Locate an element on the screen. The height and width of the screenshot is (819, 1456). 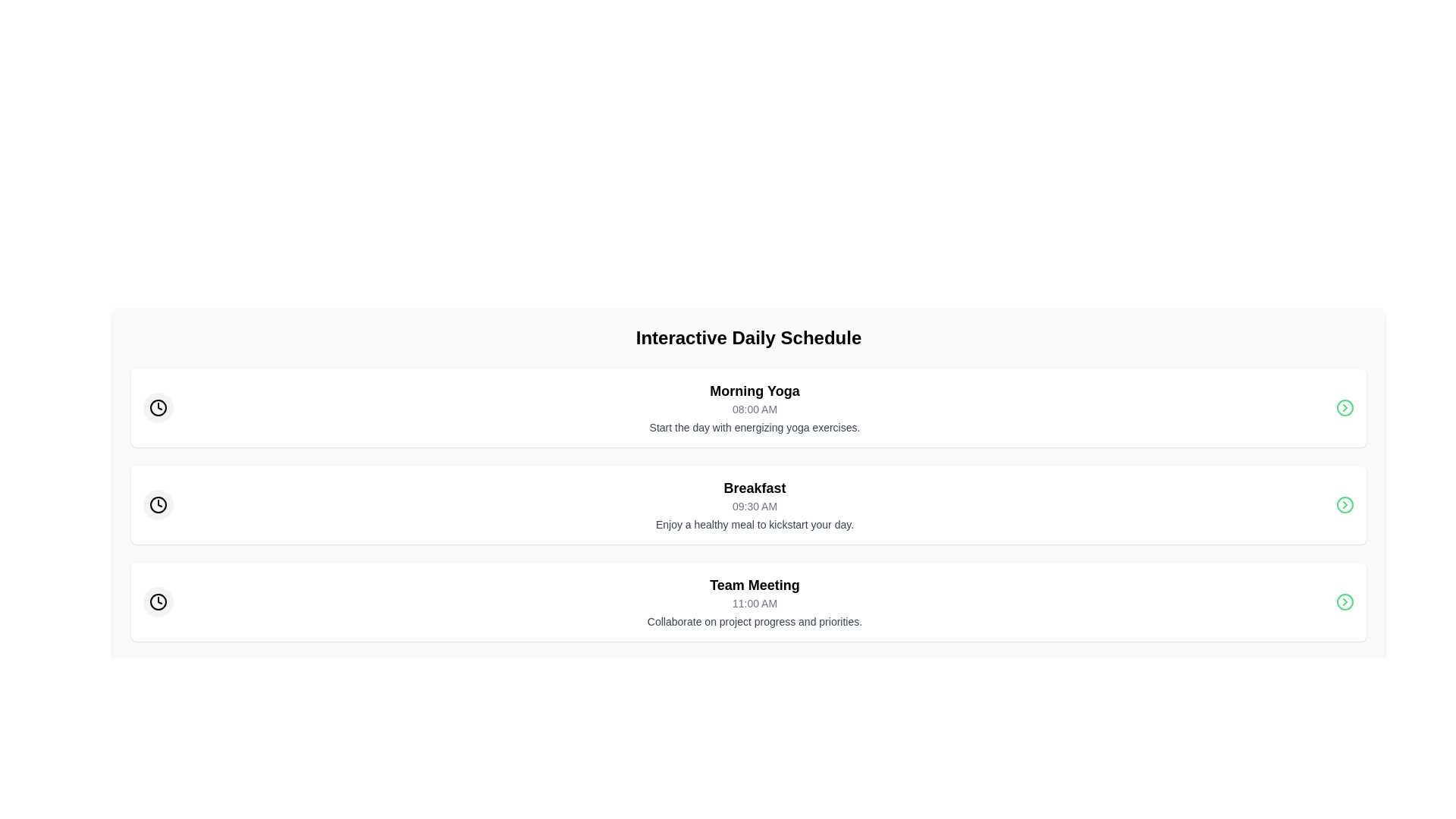
the clock icon located at the top-left corner of the first row in the list, next to the 'Morning Yoga' text is located at coordinates (158, 406).